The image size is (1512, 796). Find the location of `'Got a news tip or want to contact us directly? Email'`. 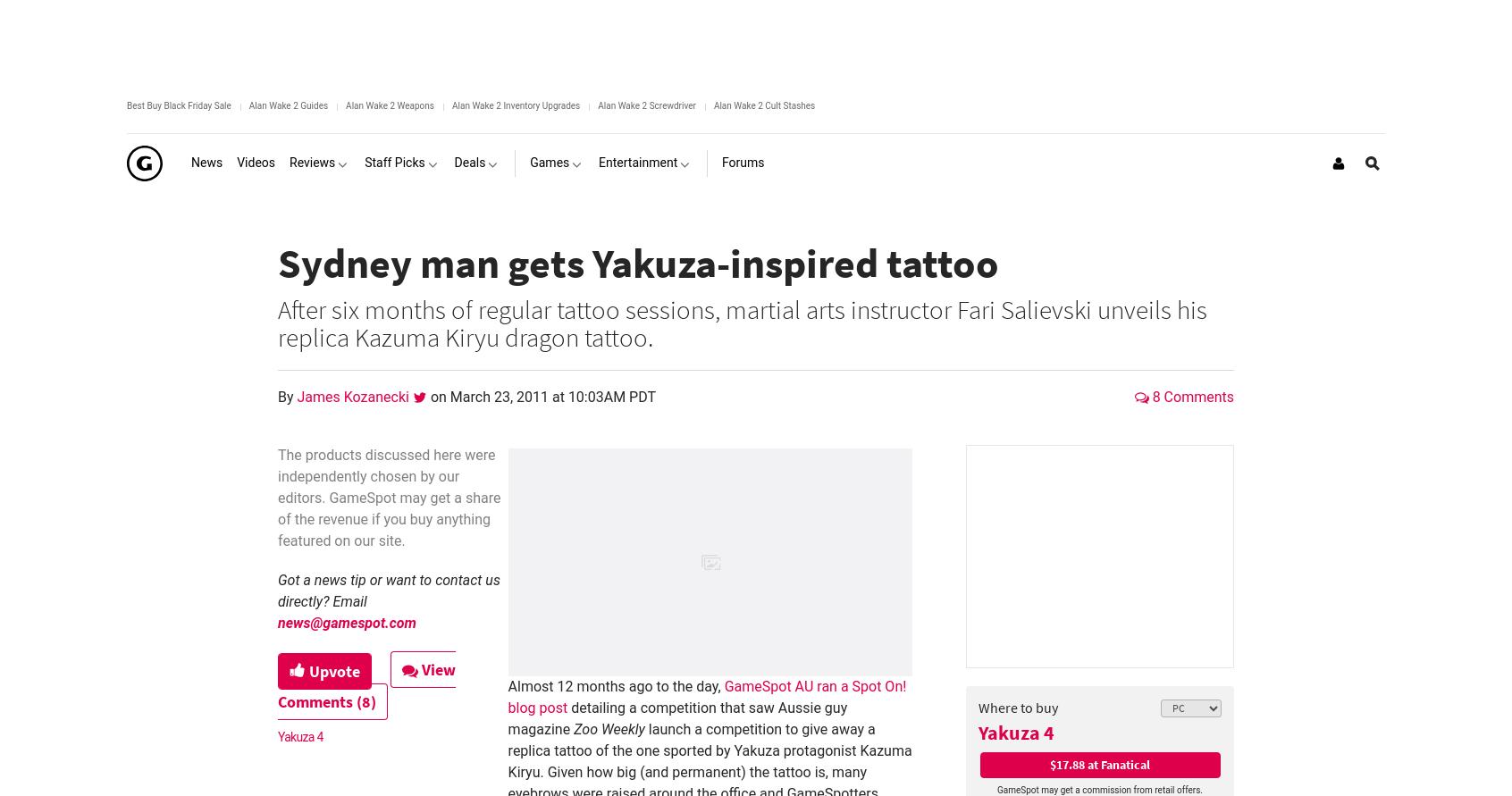

'Got a news tip or want to contact us directly? Email' is located at coordinates (388, 590).